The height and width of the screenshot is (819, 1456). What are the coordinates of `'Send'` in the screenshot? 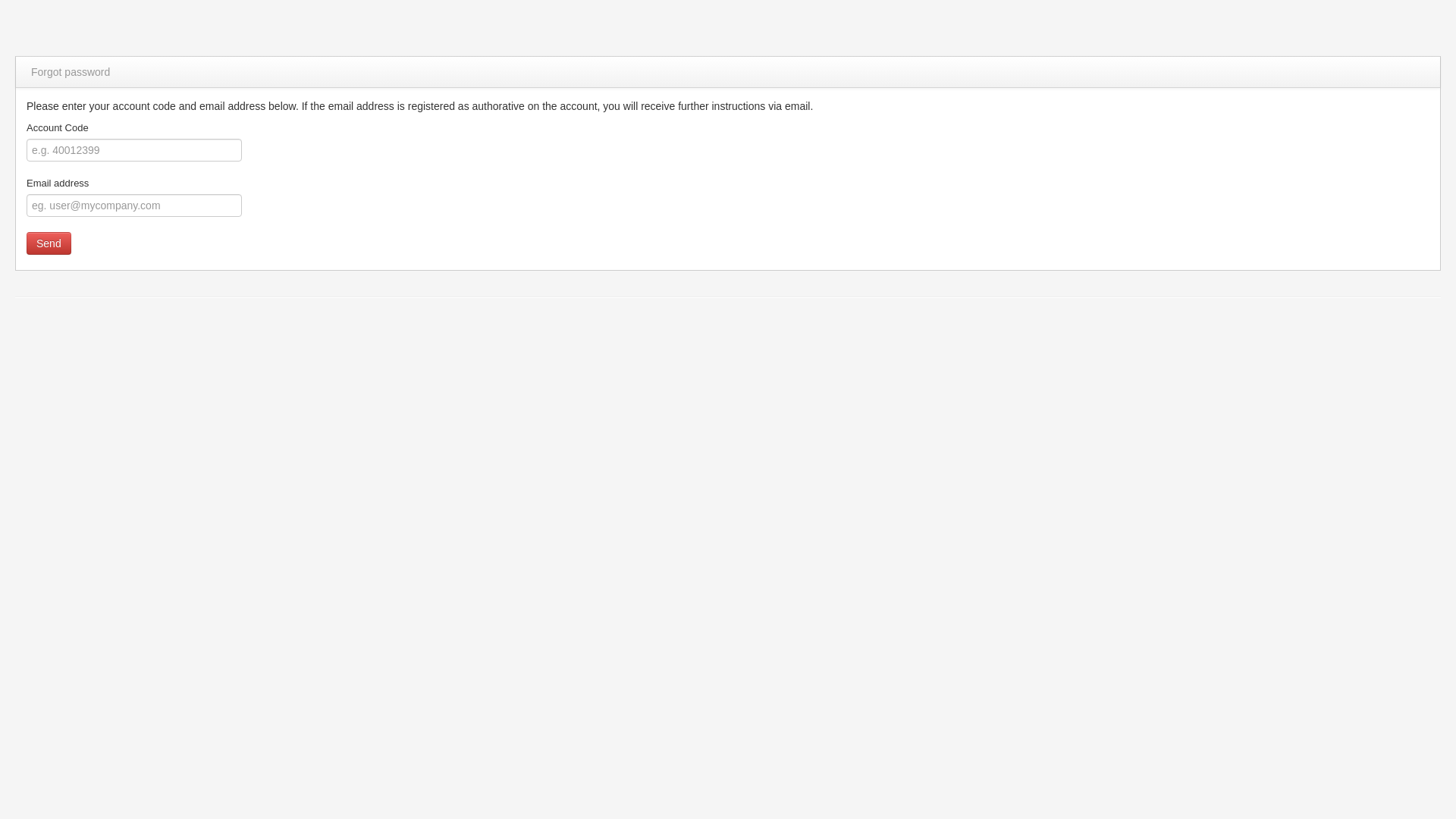 It's located at (49, 242).